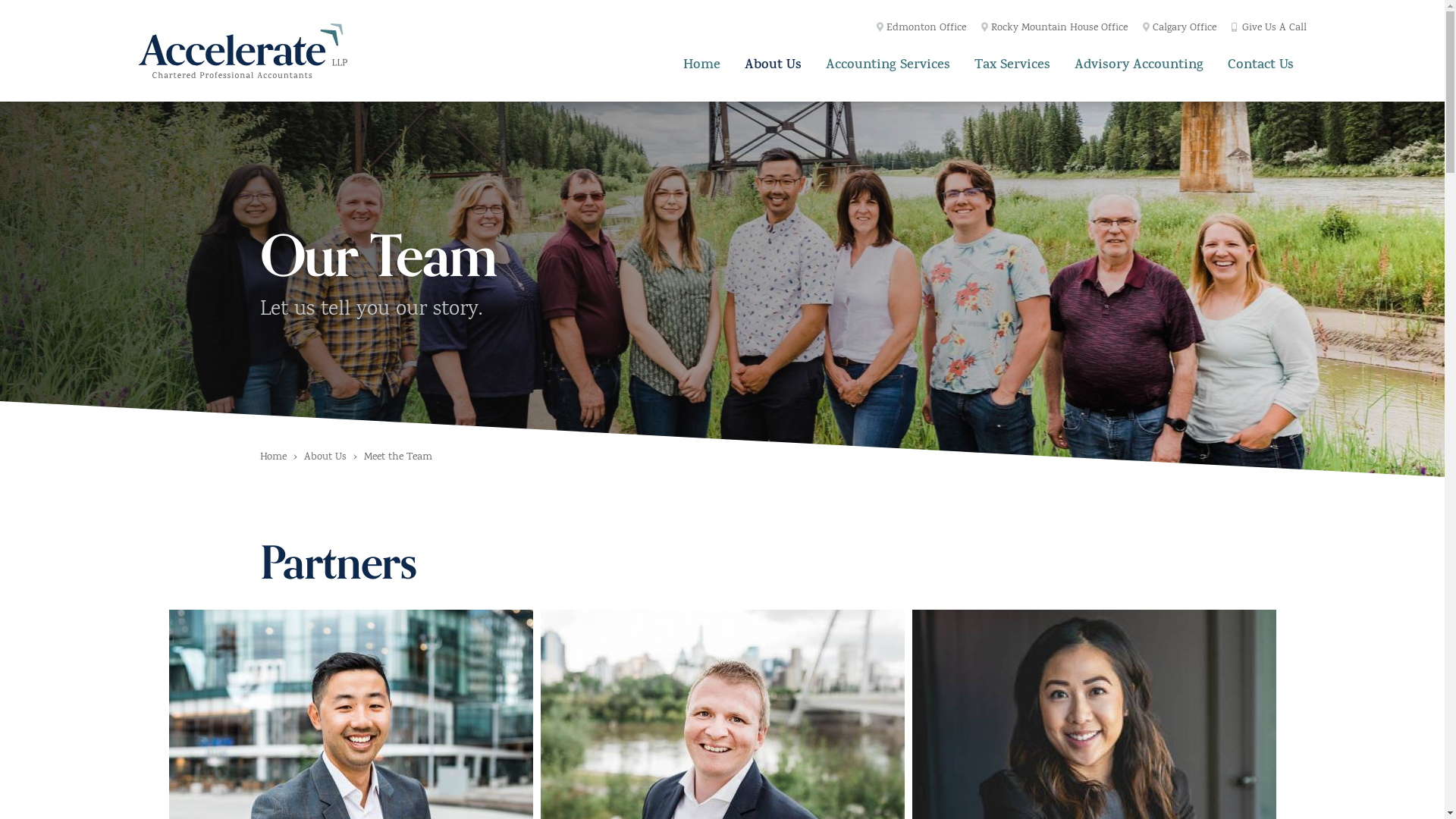 The width and height of the screenshot is (1456, 819). What do you see at coordinates (273, 457) in the screenshot?
I see `'Home'` at bounding box center [273, 457].